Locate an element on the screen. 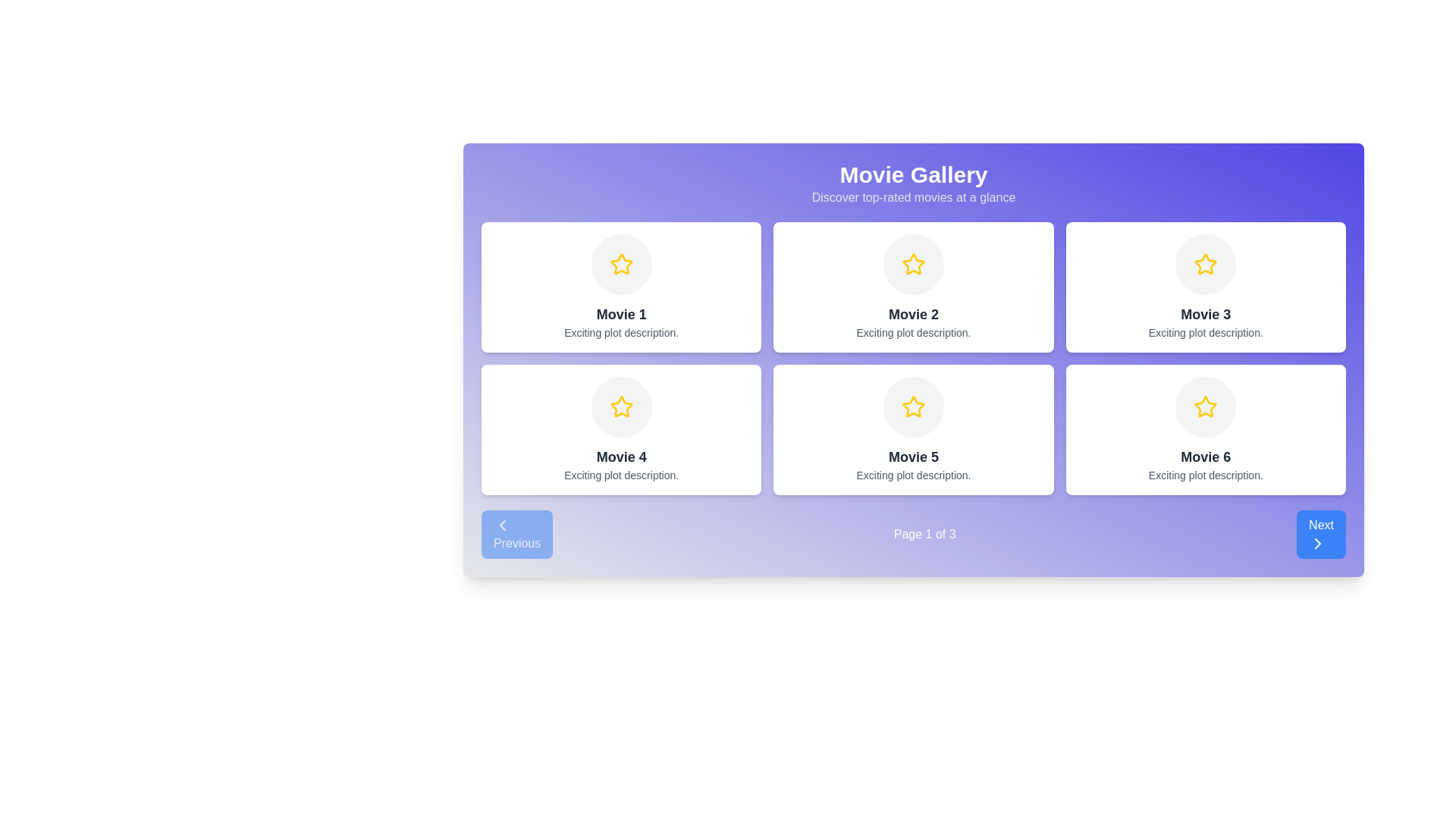 The image size is (1456, 819). the text label providing additional information about the movie depicted in the sixth card, located below the title 'Movie 6' is located at coordinates (1205, 475).